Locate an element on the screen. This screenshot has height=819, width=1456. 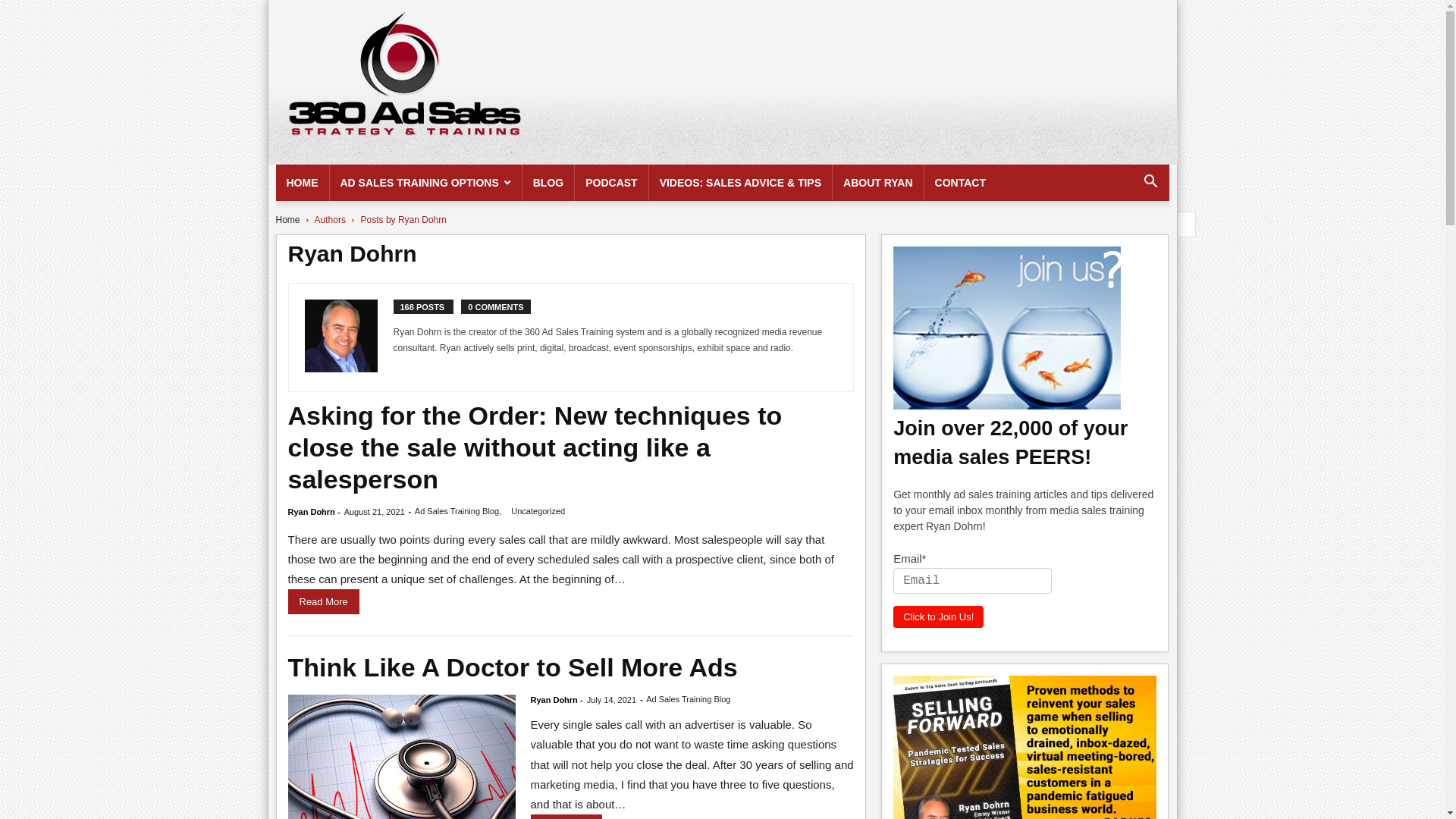
'PODCAST' is located at coordinates (574, 181).